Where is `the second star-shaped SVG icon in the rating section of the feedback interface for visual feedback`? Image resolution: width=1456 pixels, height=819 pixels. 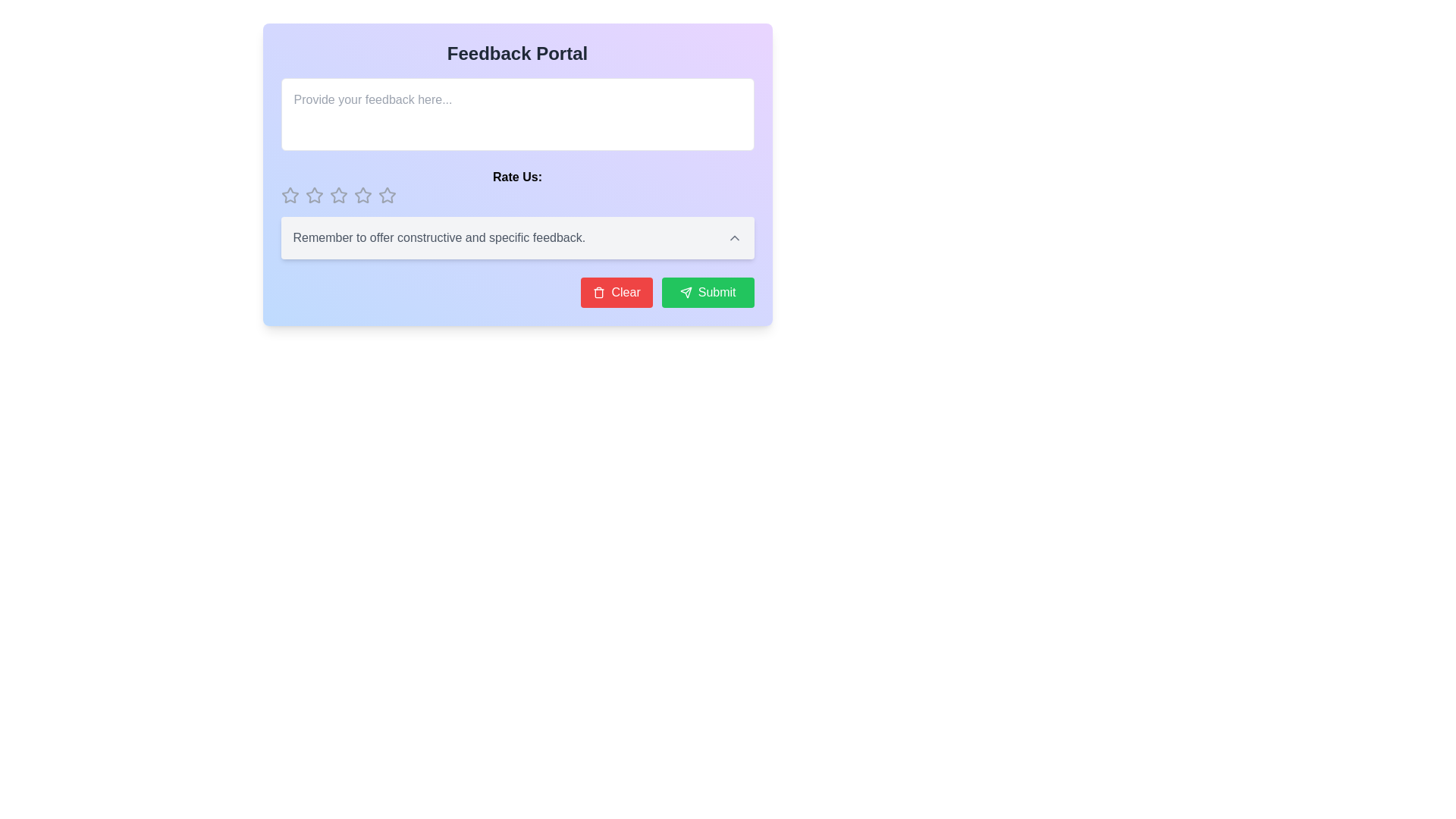 the second star-shaped SVG icon in the rating section of the feedback interface for visual feedback is located at coordinates (313, 194).